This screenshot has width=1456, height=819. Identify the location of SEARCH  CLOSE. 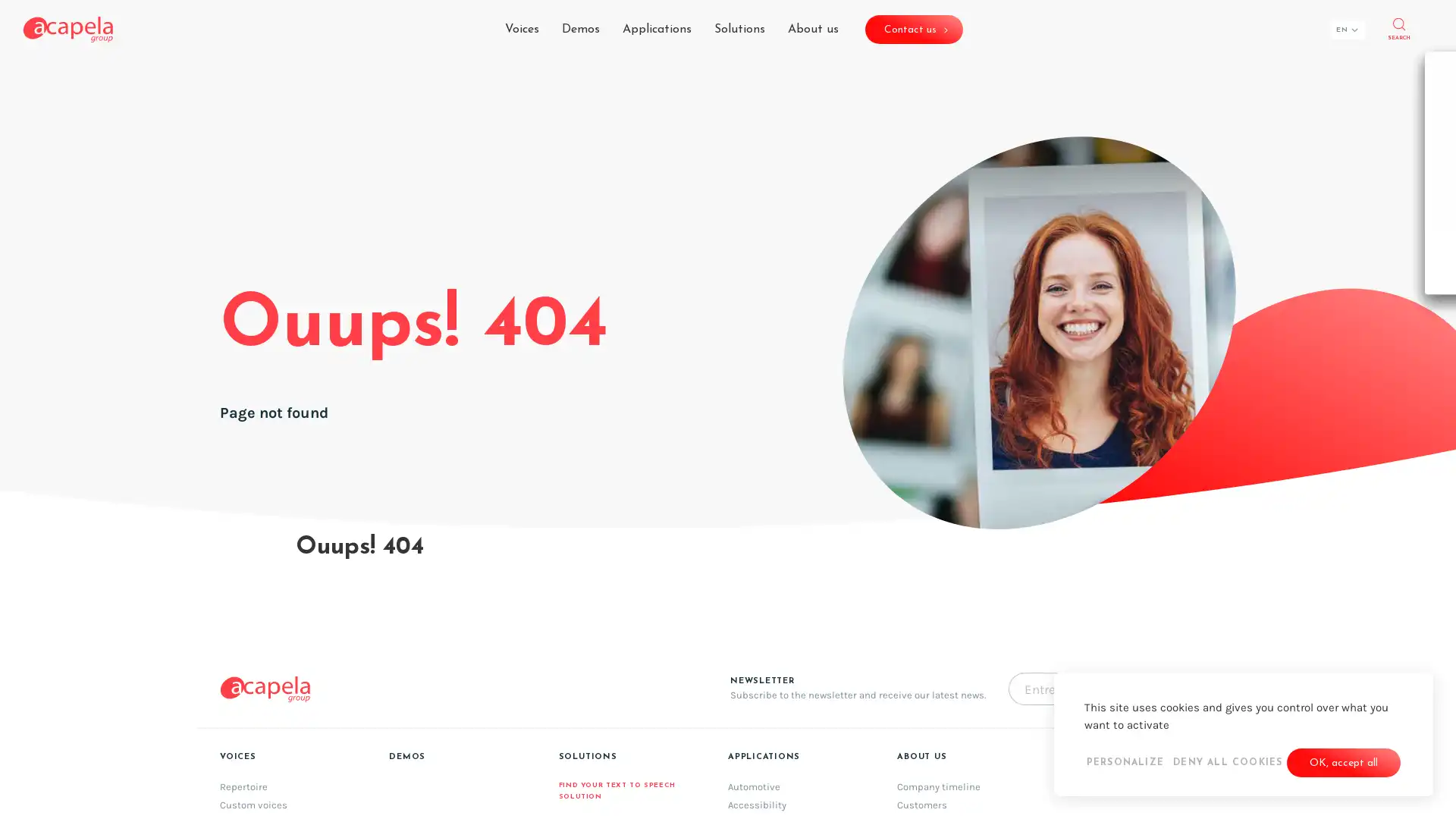
(1398, 29).